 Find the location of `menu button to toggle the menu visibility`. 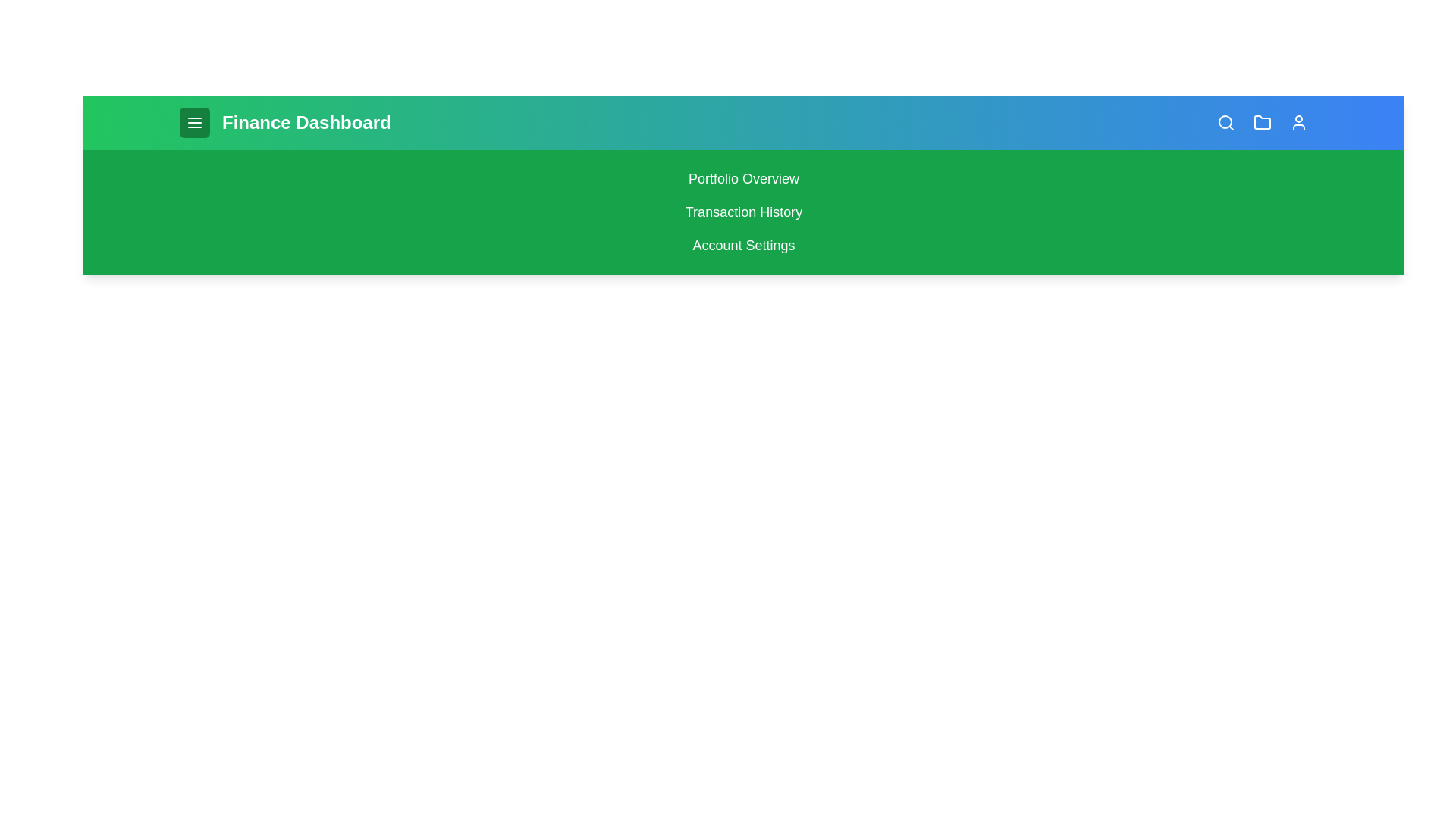

menu button to toggle the menu visibility is located at coordinates (194, 122).